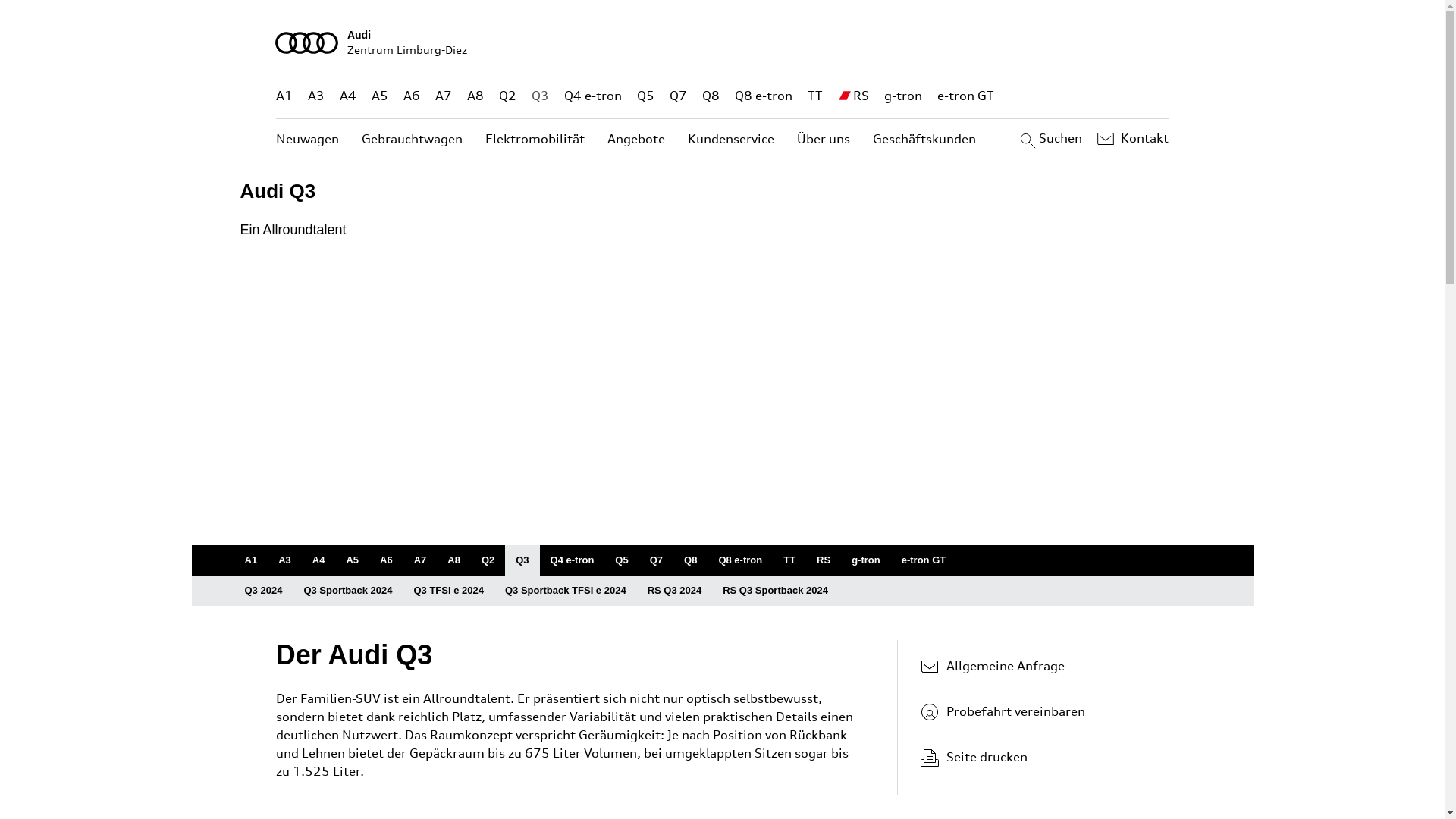  Describe the element at coordinates (318, 560) in the screenshot. I see `'A4'` at that location.